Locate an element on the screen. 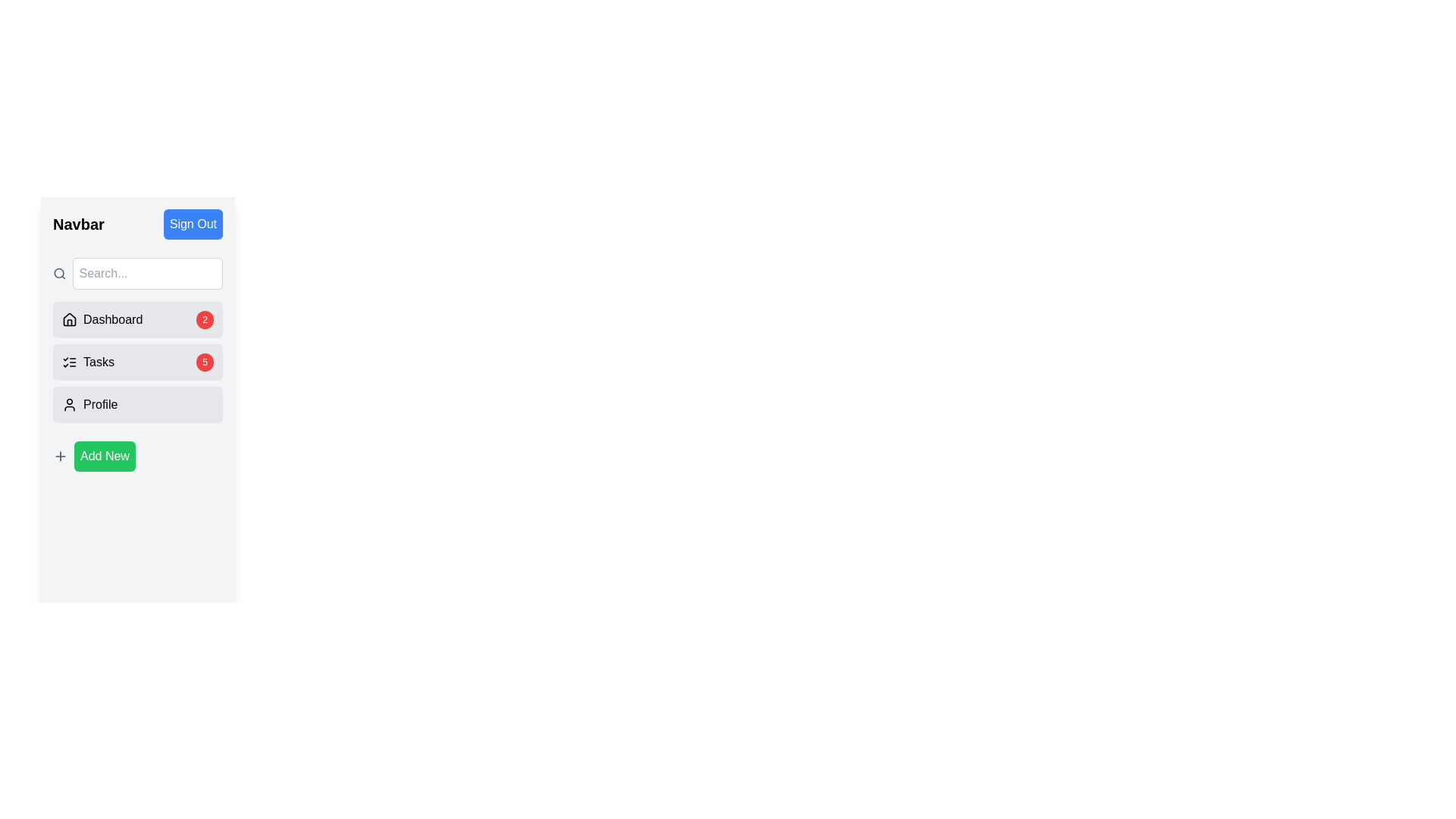 This screenshot has height=819, width=1456. the 'Add New' button located at the bottom of the vertical menu bar on the left side of the interface, directly to the right of the '+' icon is located at coordinates (104, 455).